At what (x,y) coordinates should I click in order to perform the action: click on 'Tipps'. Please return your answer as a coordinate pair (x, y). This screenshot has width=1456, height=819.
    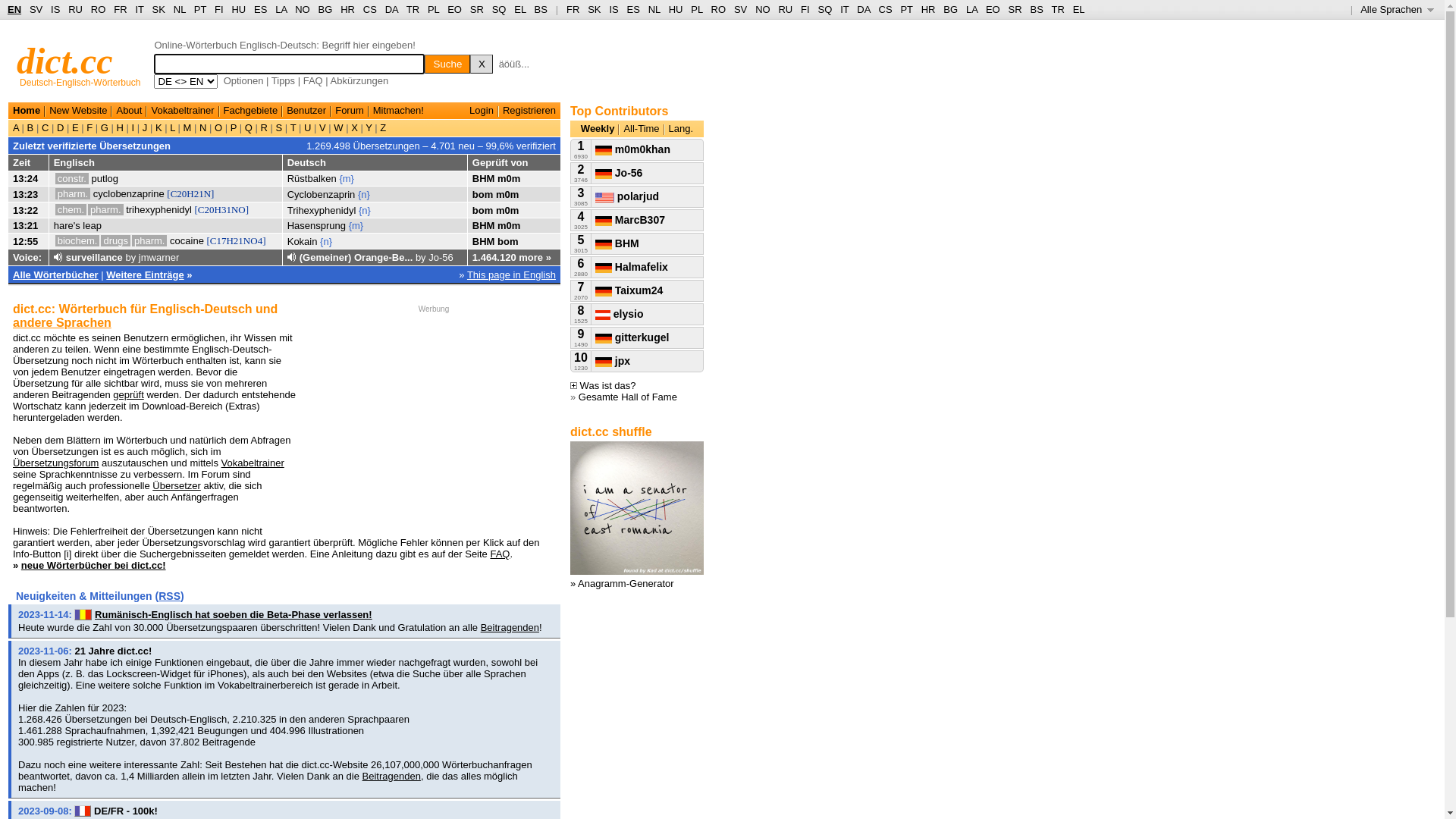
    Looking at the image, I should click on (283, 80).